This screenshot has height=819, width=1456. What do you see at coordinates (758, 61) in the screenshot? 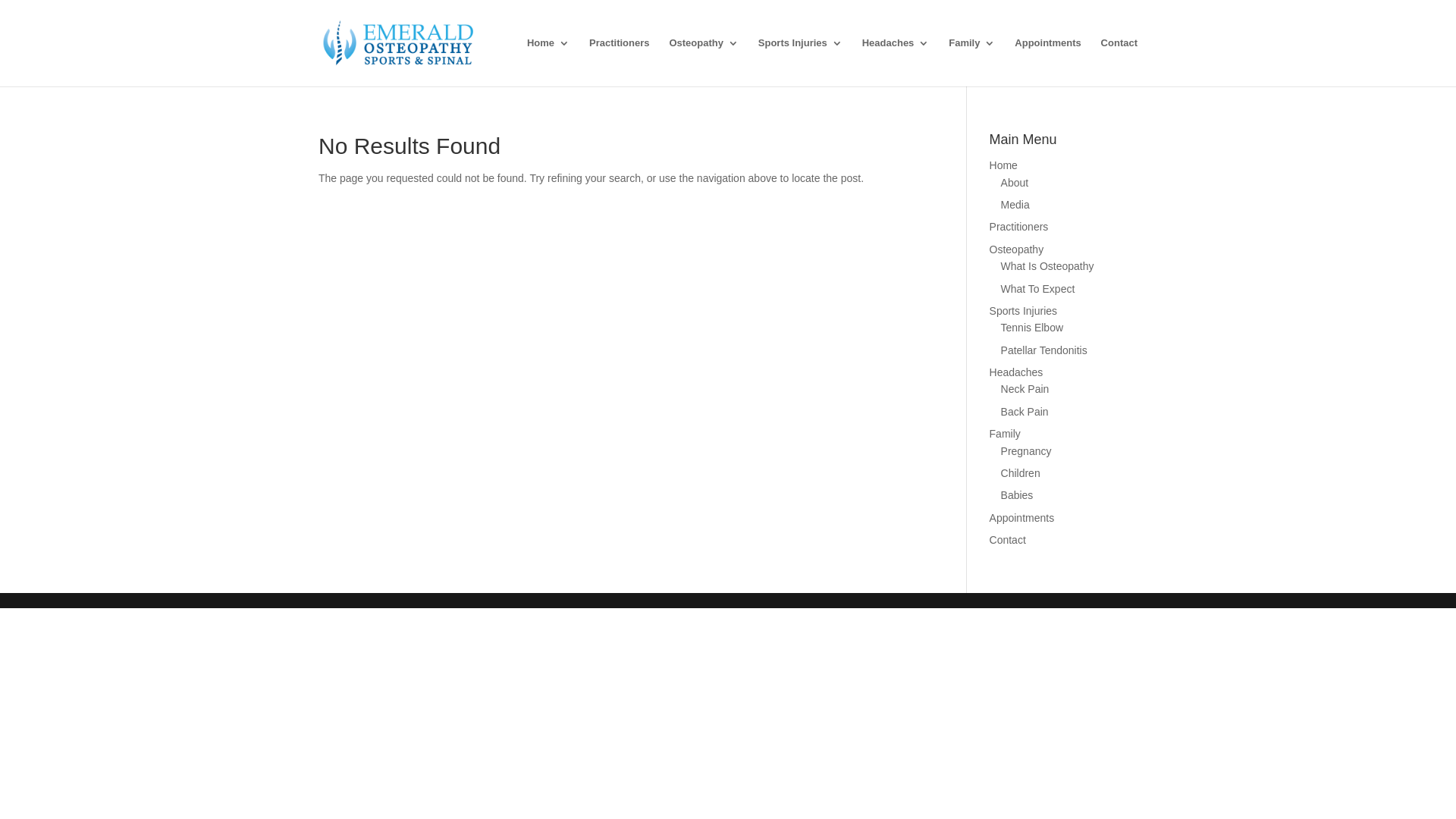
I see `'Sports Injuries'` at bounding box center [758, 61].